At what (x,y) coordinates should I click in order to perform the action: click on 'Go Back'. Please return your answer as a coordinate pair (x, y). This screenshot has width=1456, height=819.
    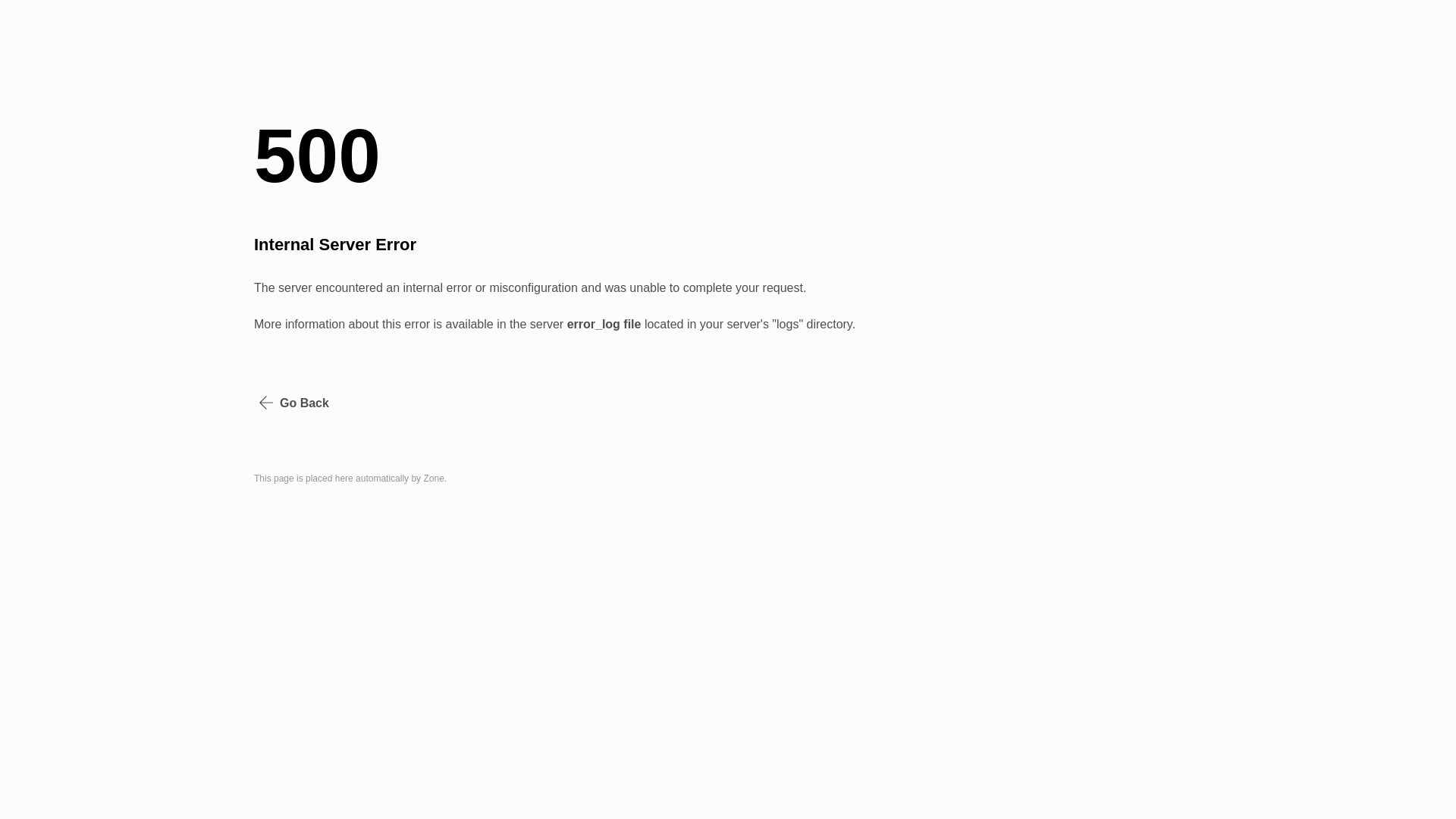
    Looking at the image, I should click on (254, 402).